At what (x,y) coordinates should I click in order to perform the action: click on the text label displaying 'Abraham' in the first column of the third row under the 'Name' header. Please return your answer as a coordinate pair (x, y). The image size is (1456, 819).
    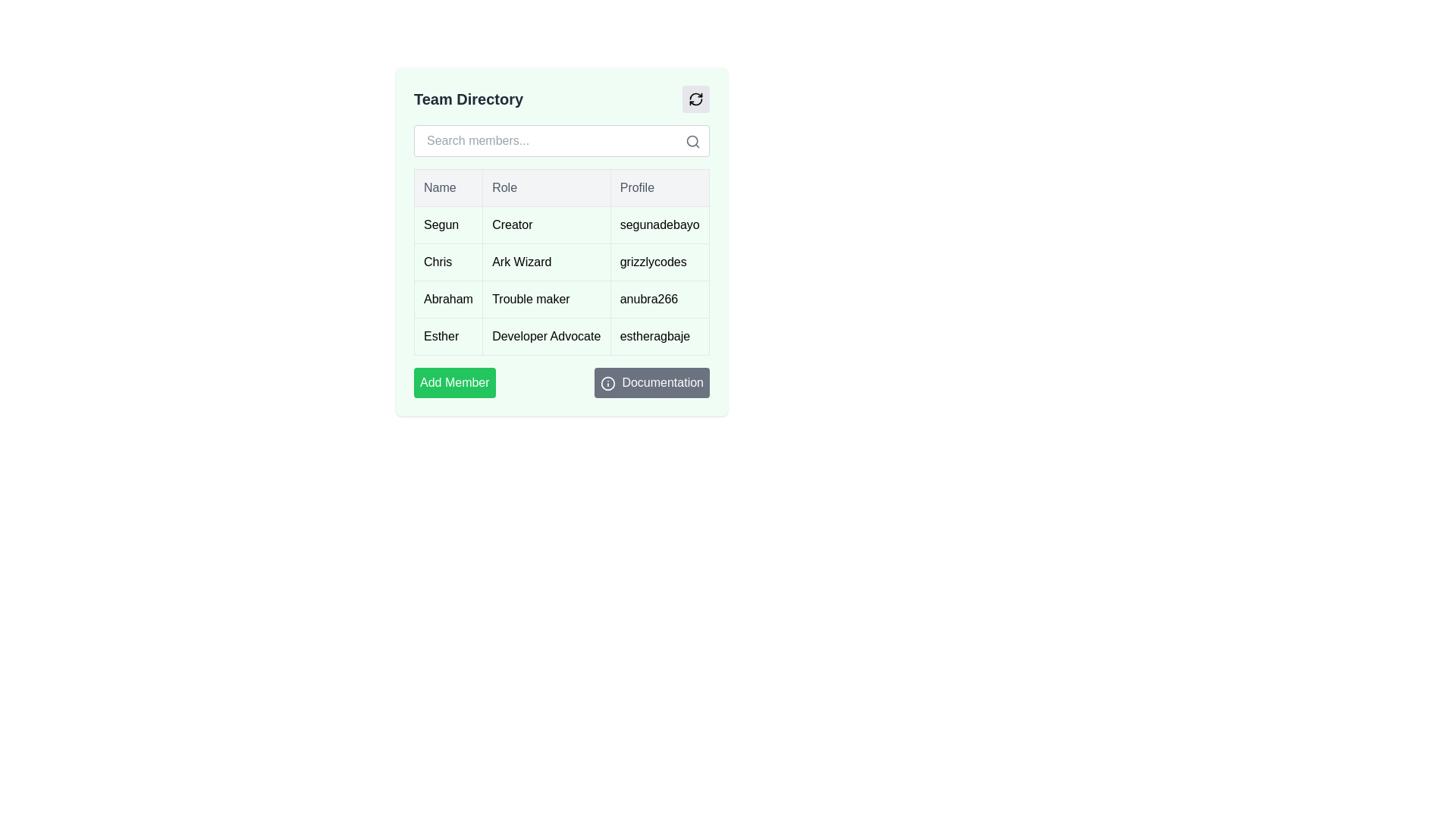
    Looking at the image, I should click on (447, 299).